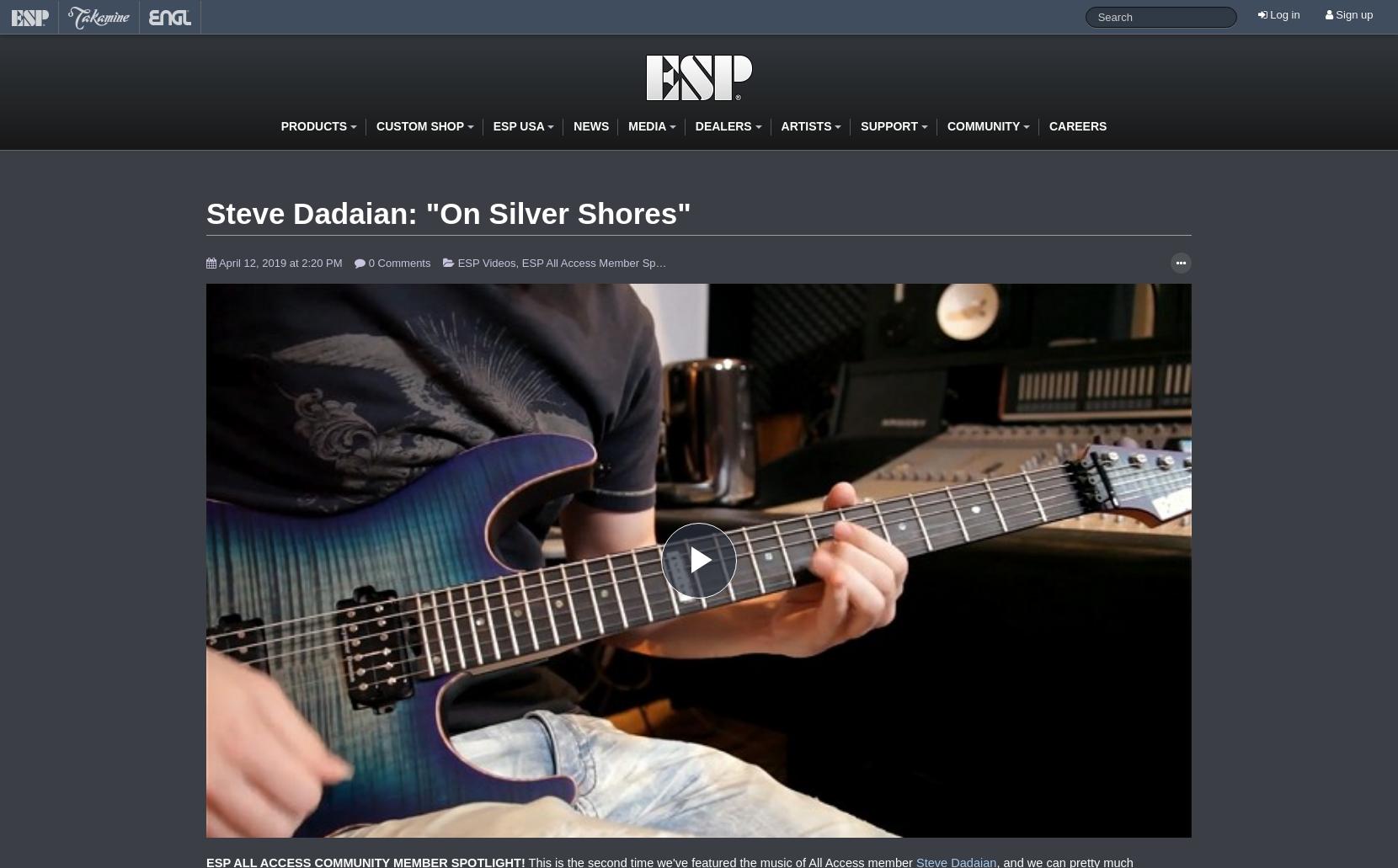  I want to click on 'Log in', so click(1283, 14).